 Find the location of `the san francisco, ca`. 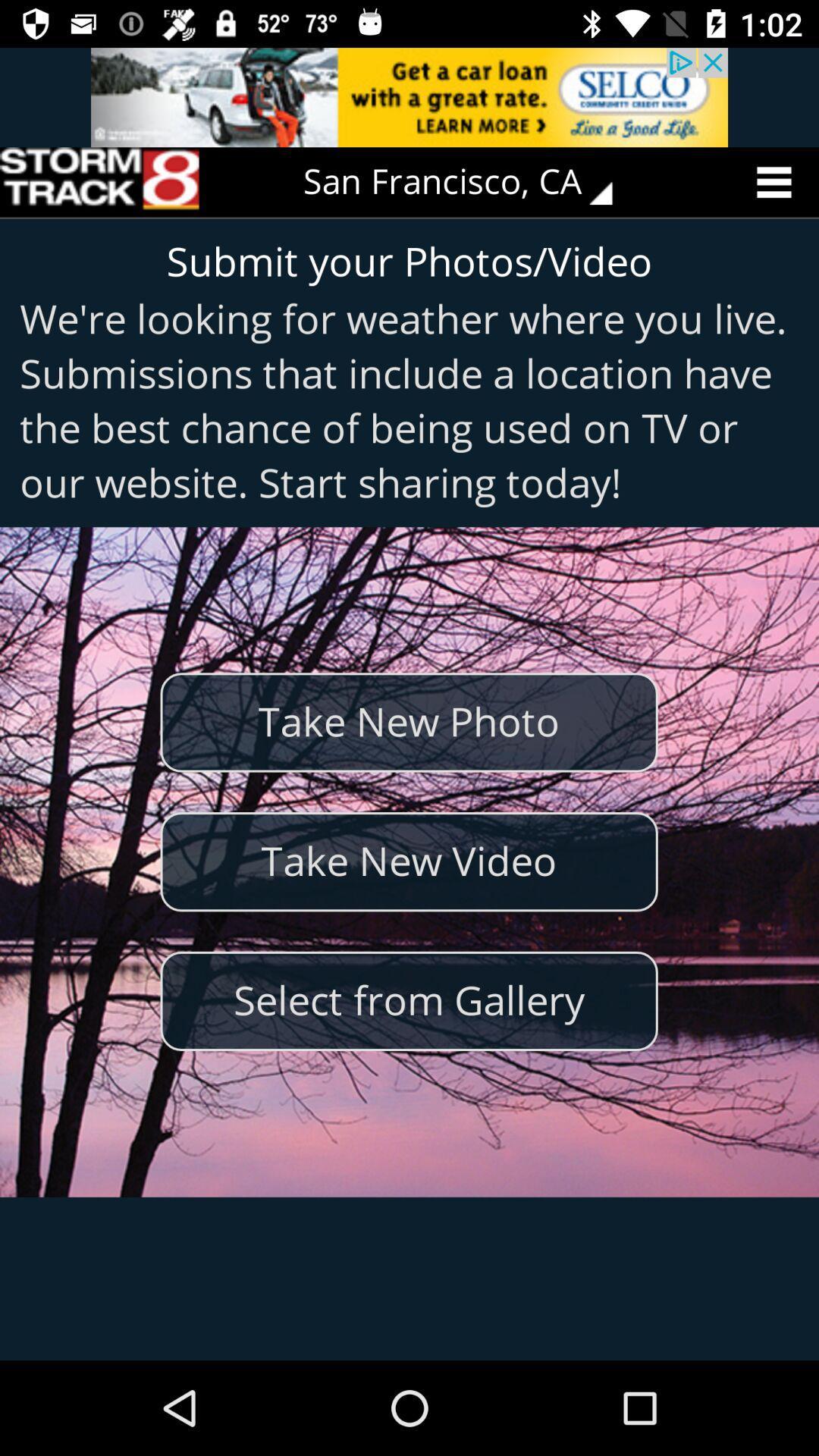

the san francisco, ca is located at coordinates (468, 182).